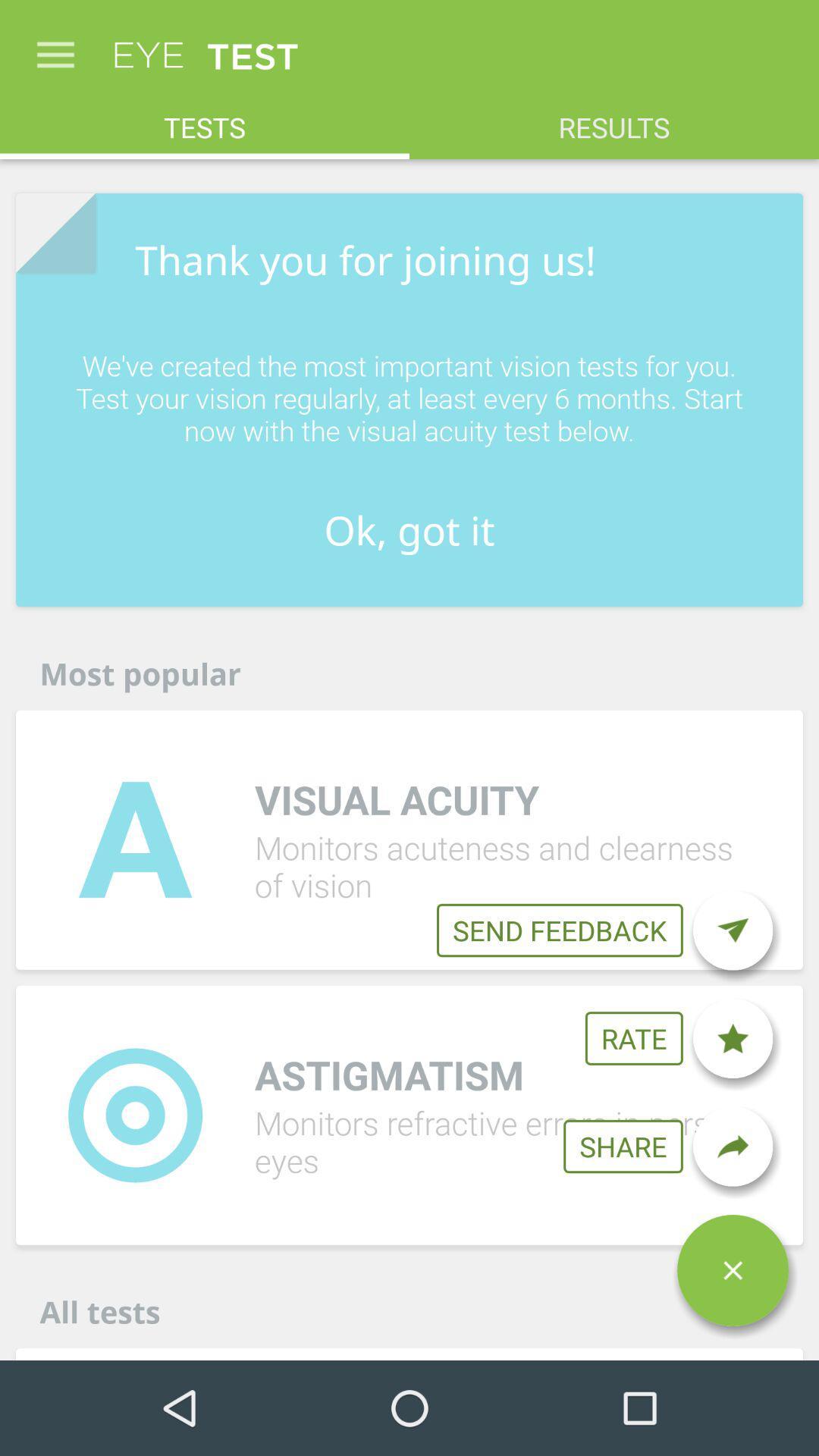 Image resolution: width=819 pixels, height=1456 pixels. I want to click on the item to the right of rate icon, so click(732, 1037).